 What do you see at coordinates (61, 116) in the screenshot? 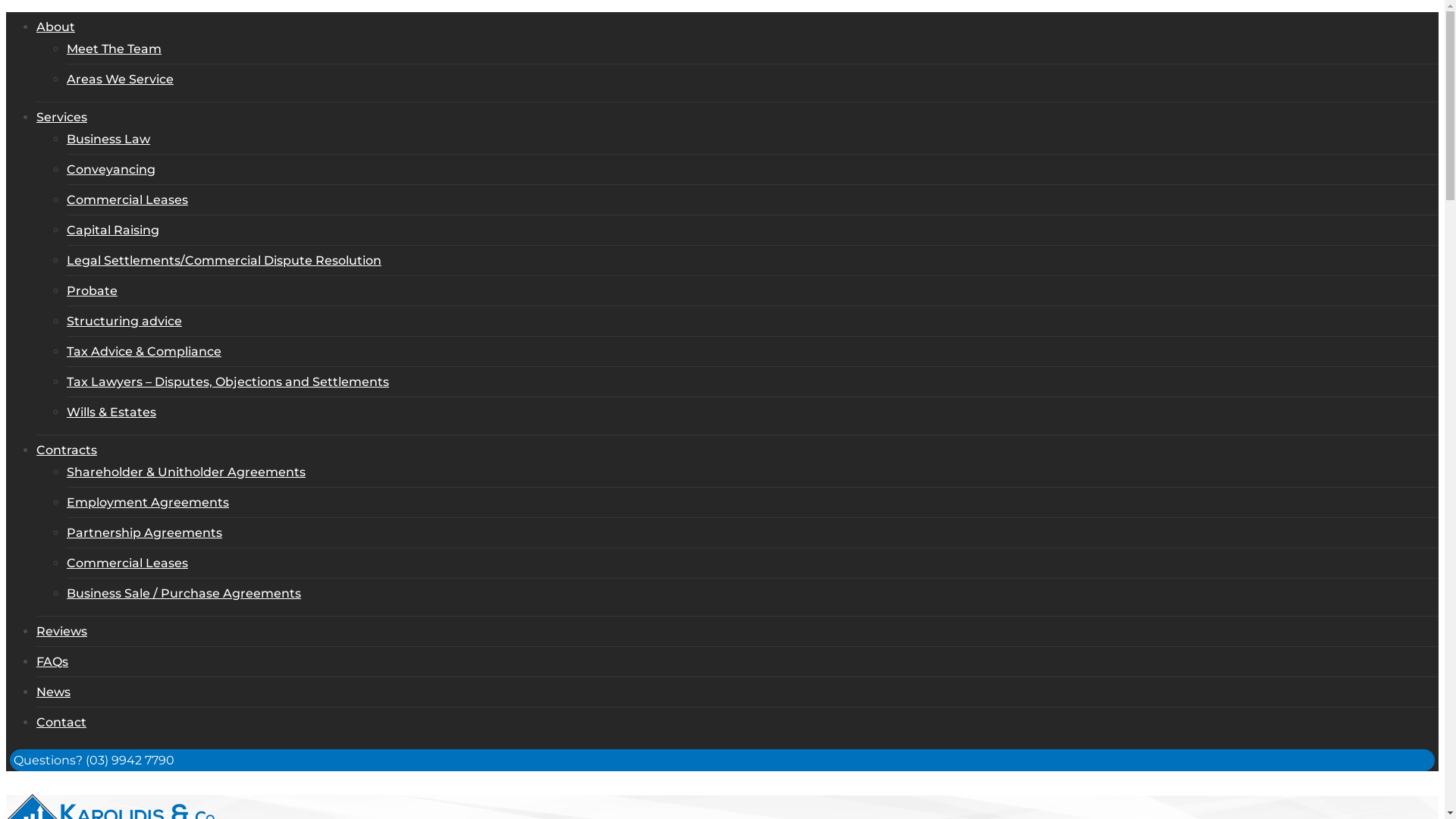
I see `'Services'` at bounding box center [61, 116].